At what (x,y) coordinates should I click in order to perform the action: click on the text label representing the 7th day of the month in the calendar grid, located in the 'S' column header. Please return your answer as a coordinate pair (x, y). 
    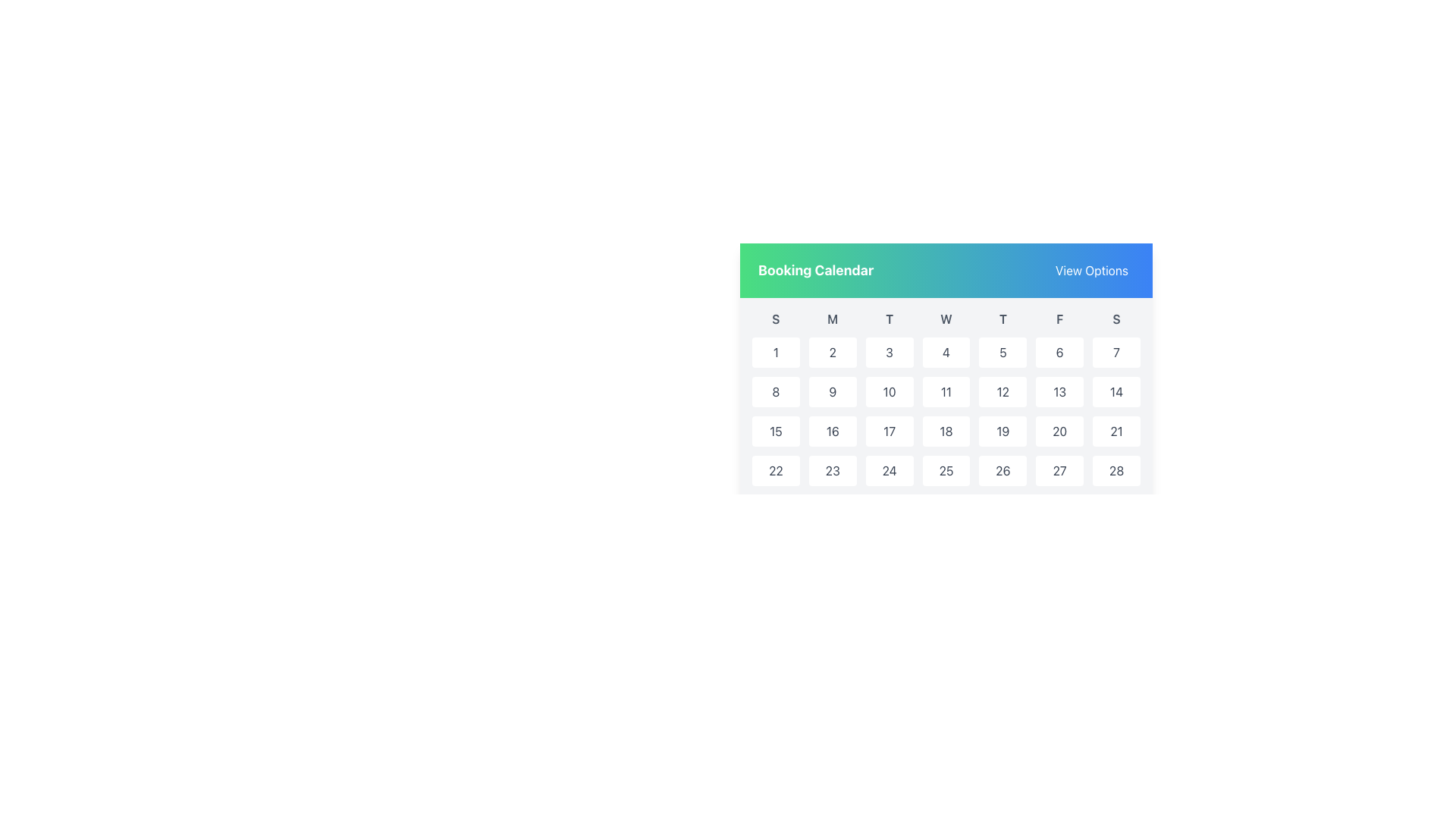
    Looking at the image, I should click on (1116, 353).